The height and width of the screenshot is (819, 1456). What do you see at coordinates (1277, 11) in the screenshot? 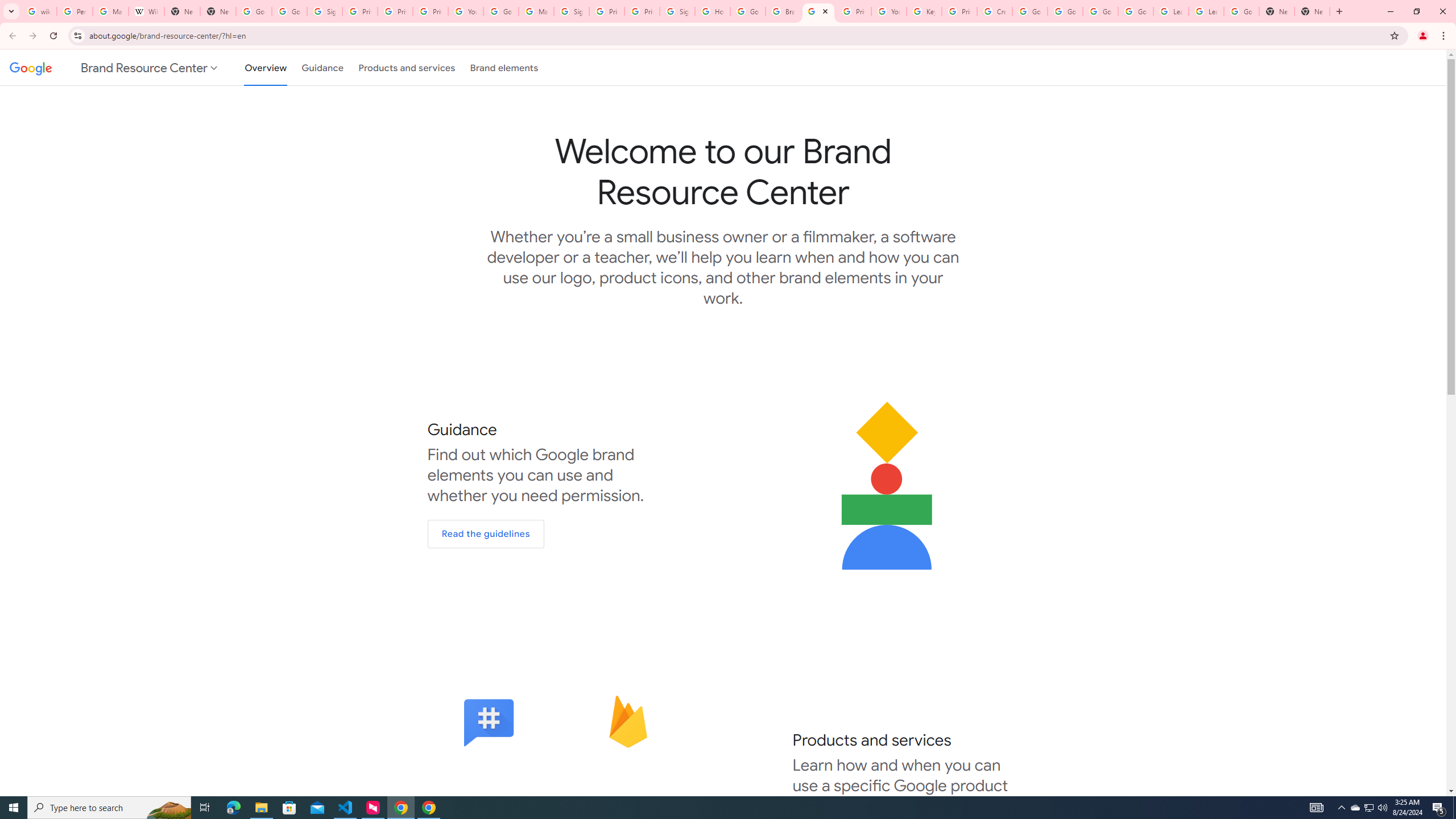
I see `'New Tab'` at bounding box center [1277, 11].